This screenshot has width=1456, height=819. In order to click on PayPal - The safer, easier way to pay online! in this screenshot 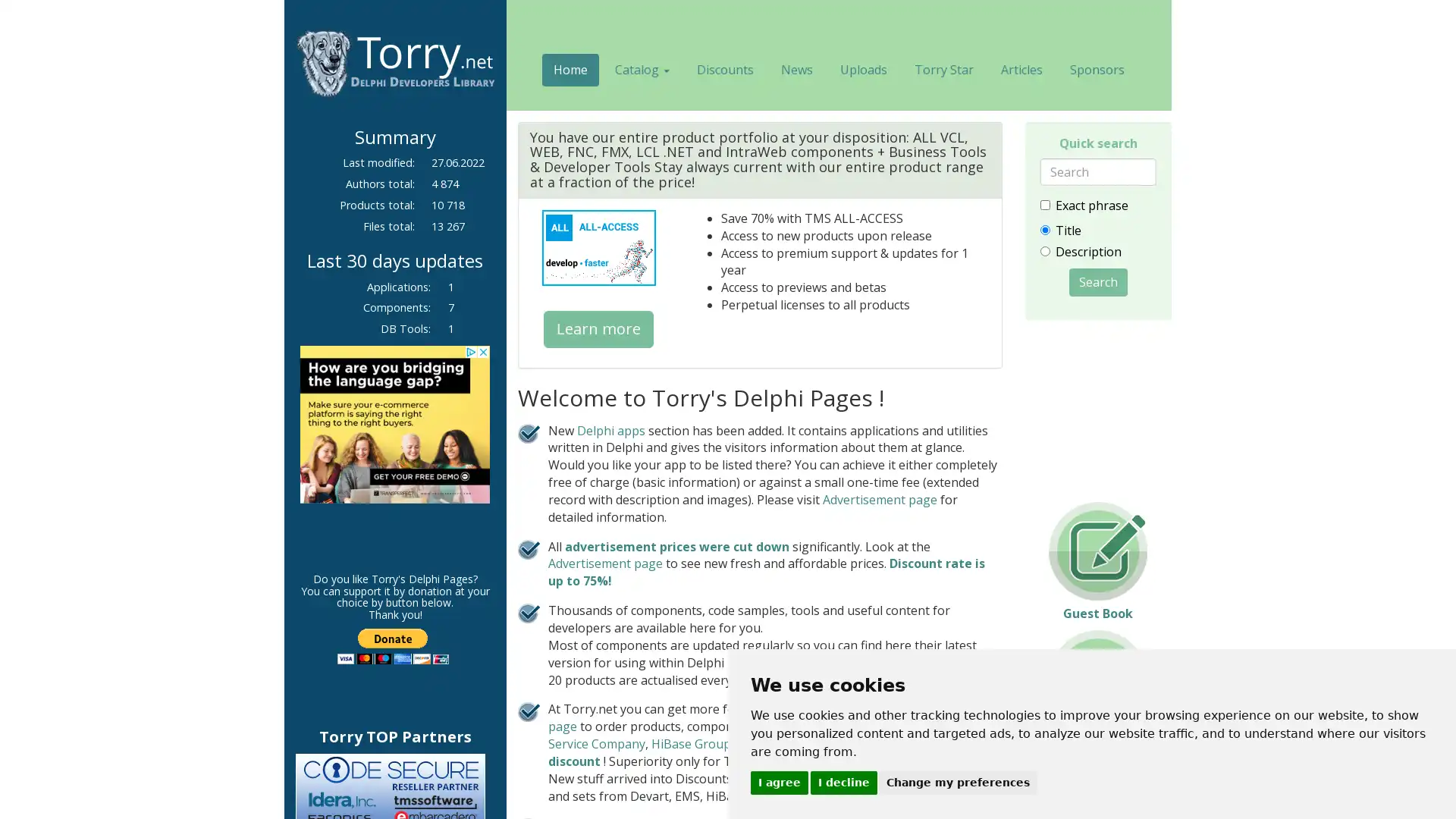, I will do `click(393, 646)`.